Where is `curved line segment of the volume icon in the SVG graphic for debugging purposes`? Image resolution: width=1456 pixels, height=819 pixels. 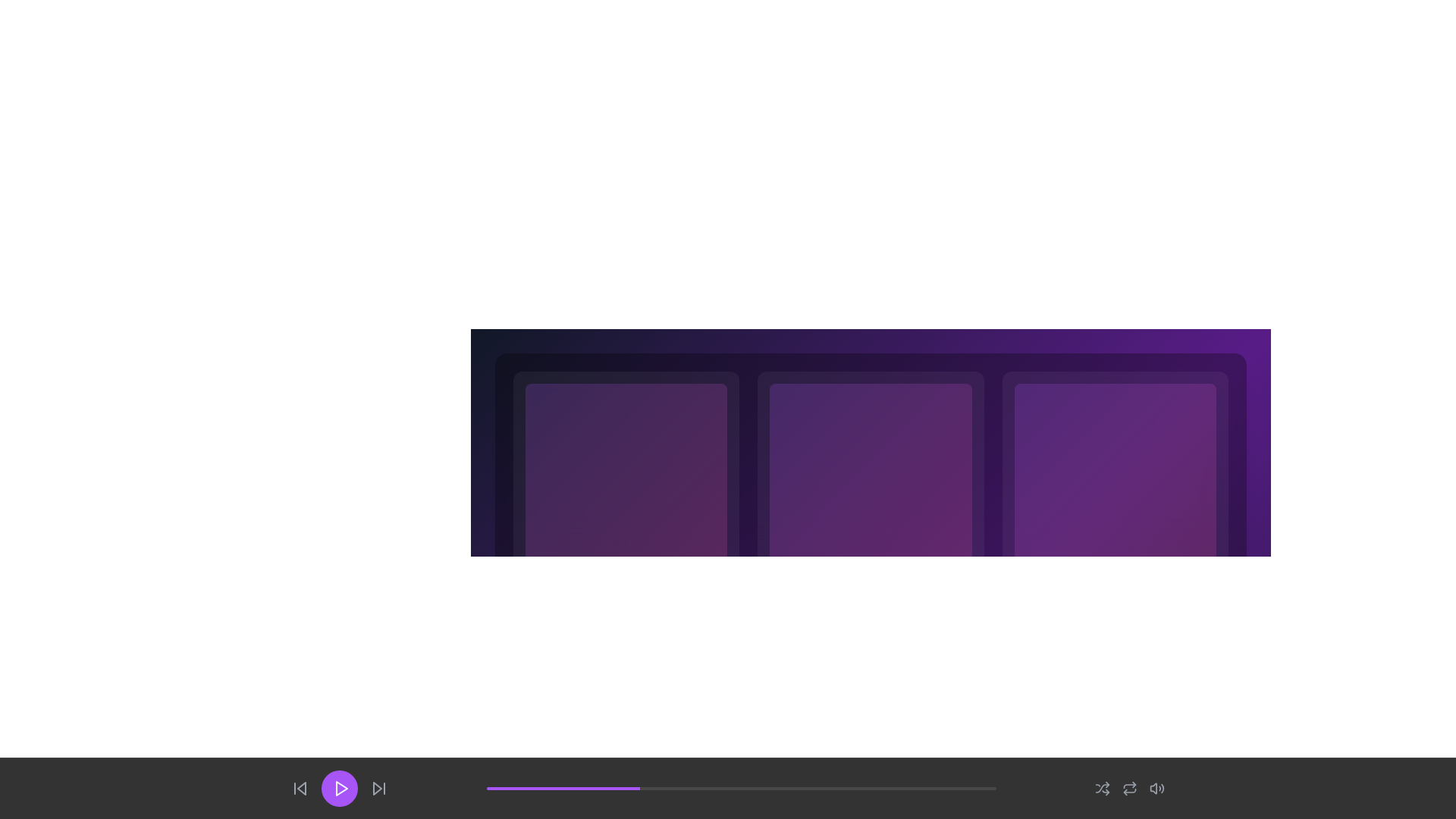
curved line segment of the volume icon in the SVG graphic for debugging purposes is located at coordinates (1162, 788).